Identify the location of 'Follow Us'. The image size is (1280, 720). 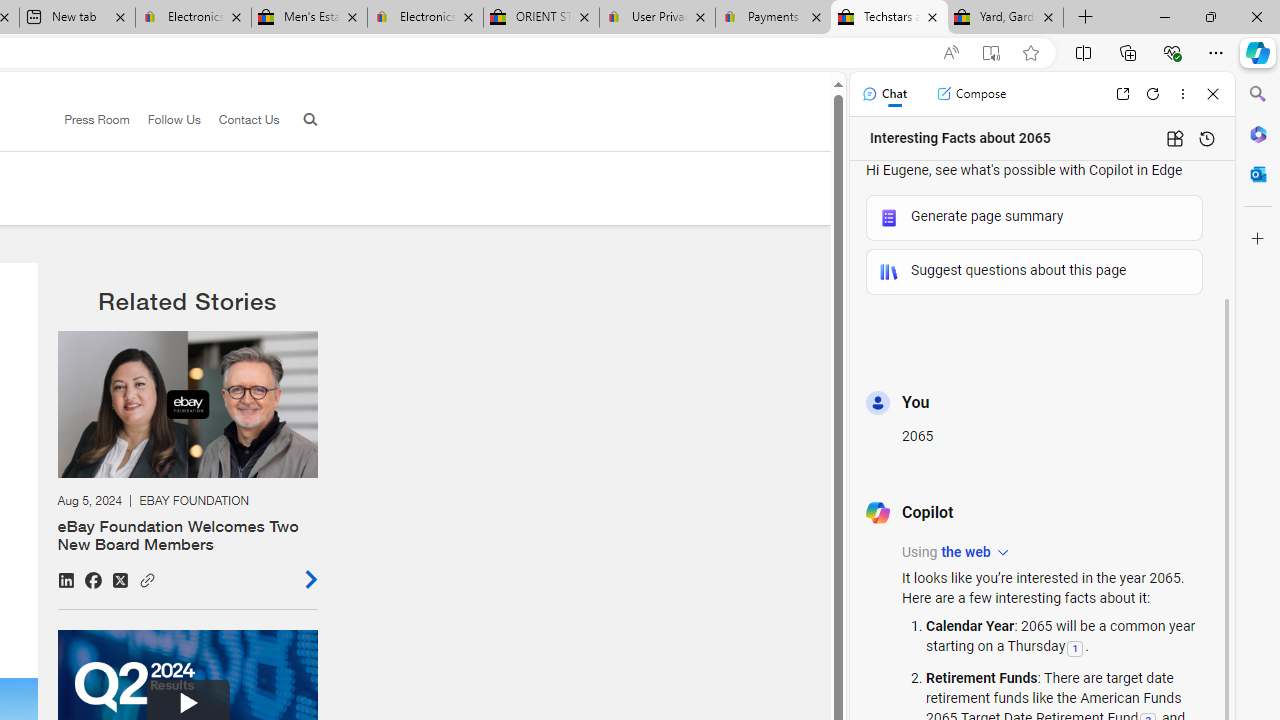
(165, 120).